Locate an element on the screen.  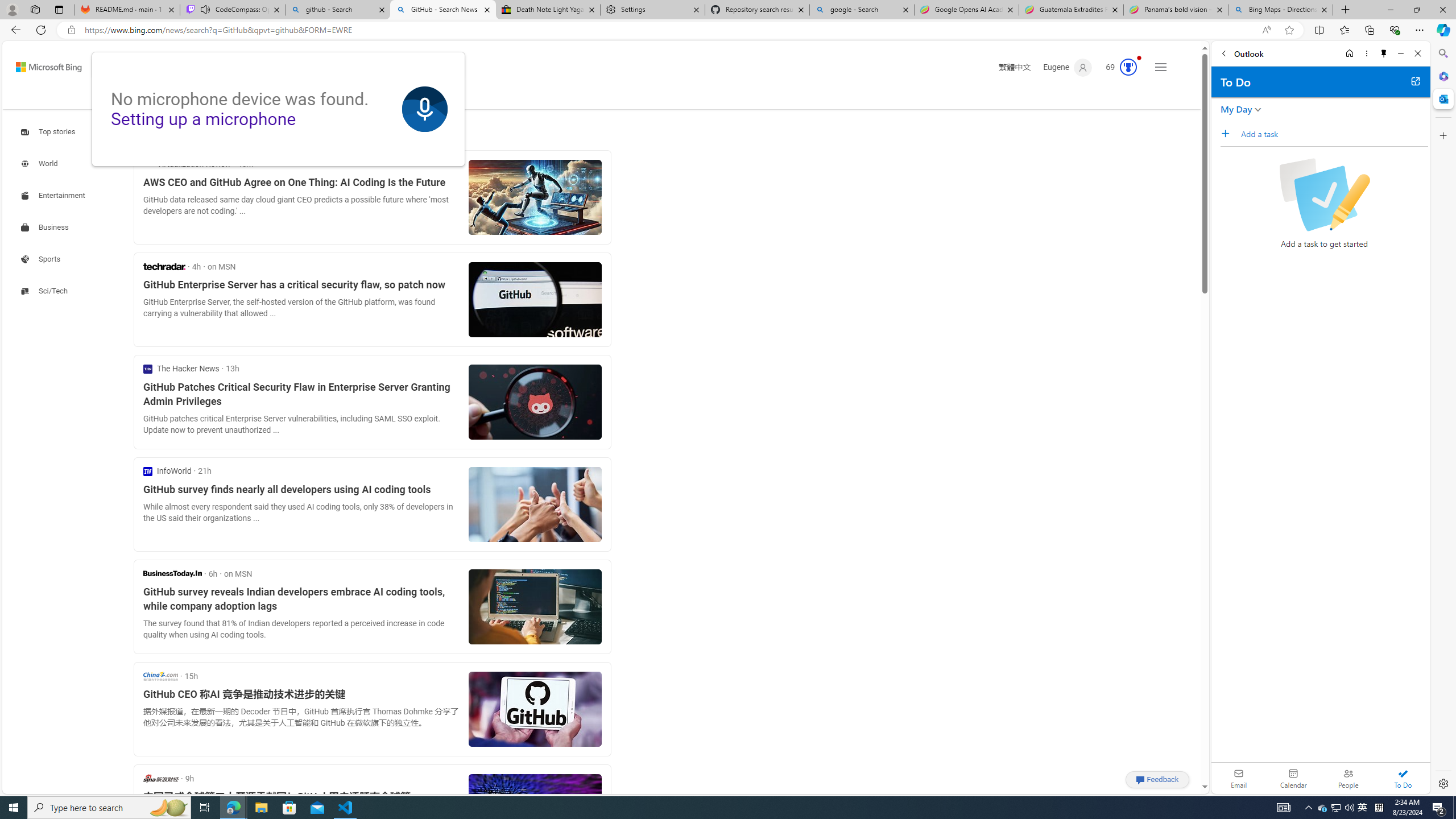
'Home' is located at coordinates (1349, 53).